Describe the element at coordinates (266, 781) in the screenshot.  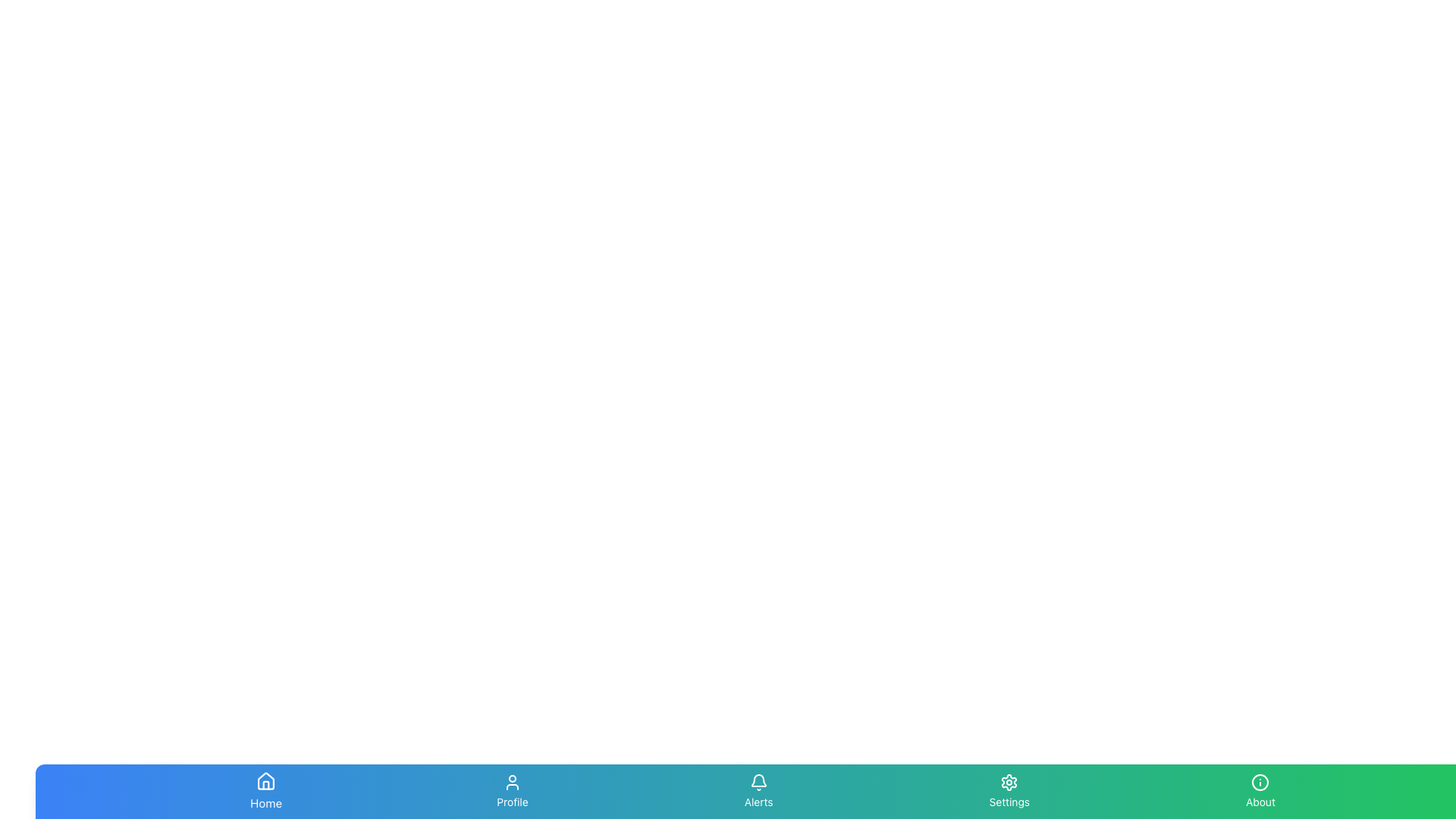
I see `the house icon in the bottom navigation bar that redirects` at that location.